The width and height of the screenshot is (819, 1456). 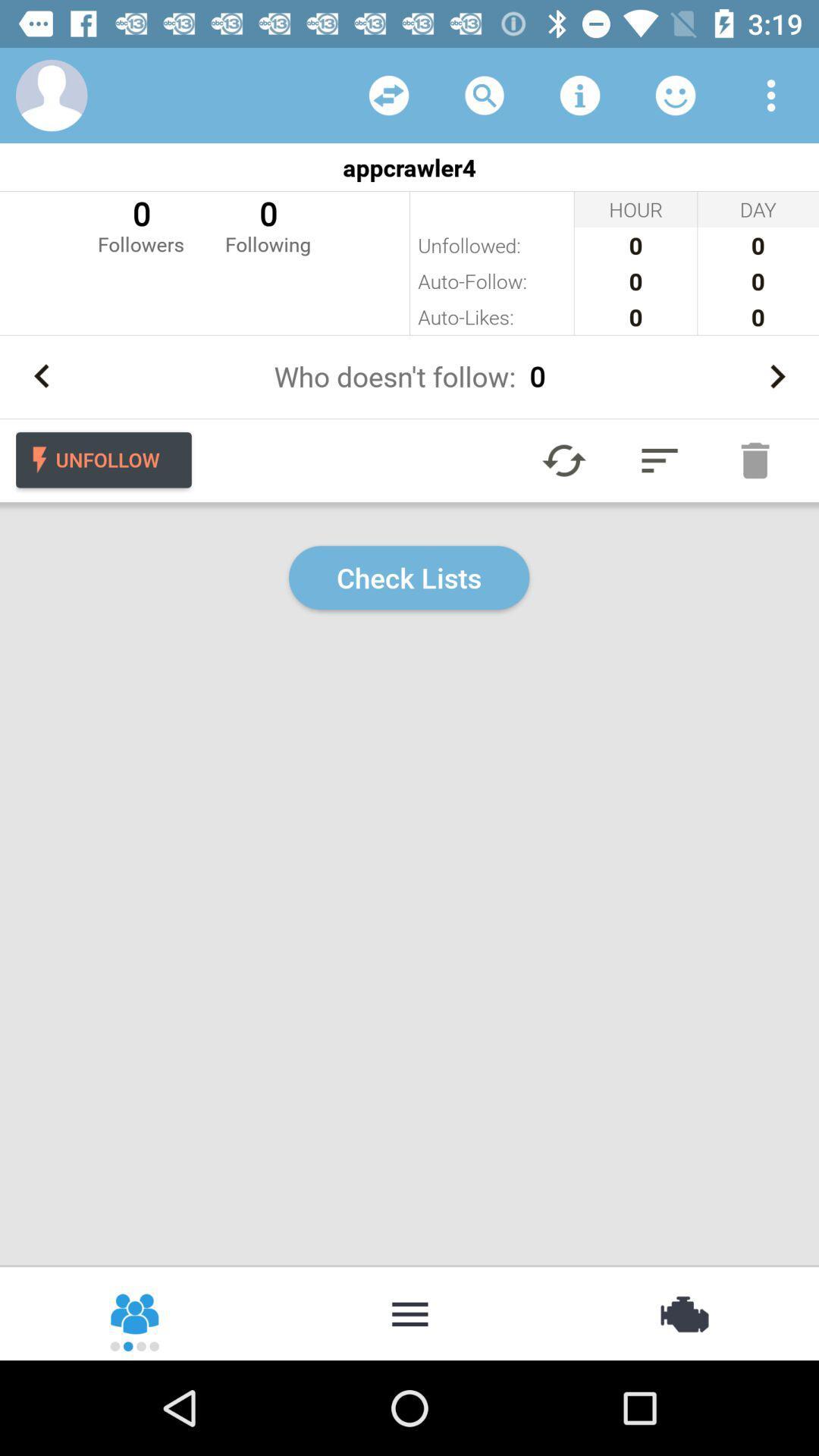 I want to click on the refresh icon, so click(x=564, y=460).